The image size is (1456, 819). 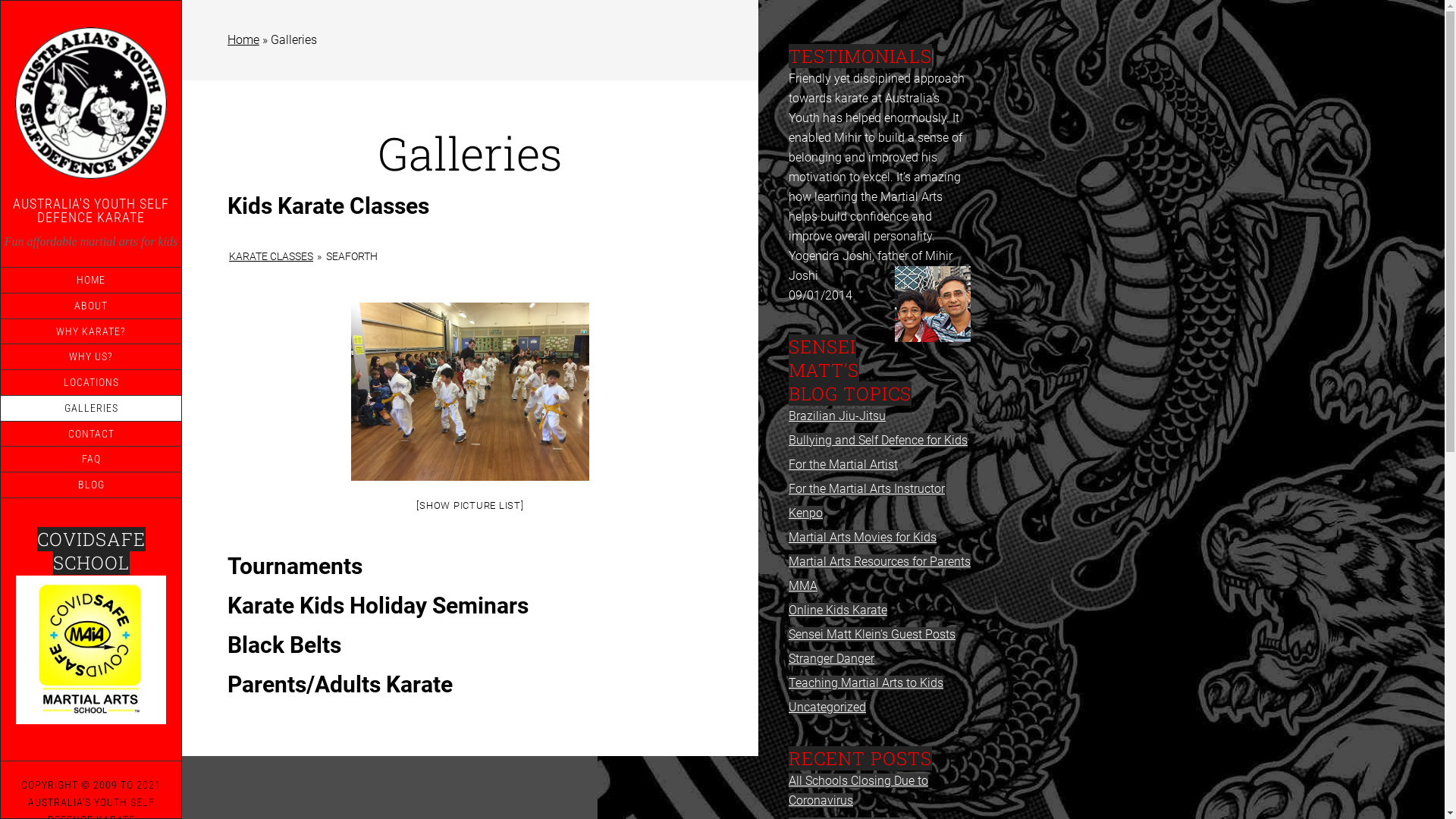 I want to click on 'GALLERIES', so click(x=90, y=407).